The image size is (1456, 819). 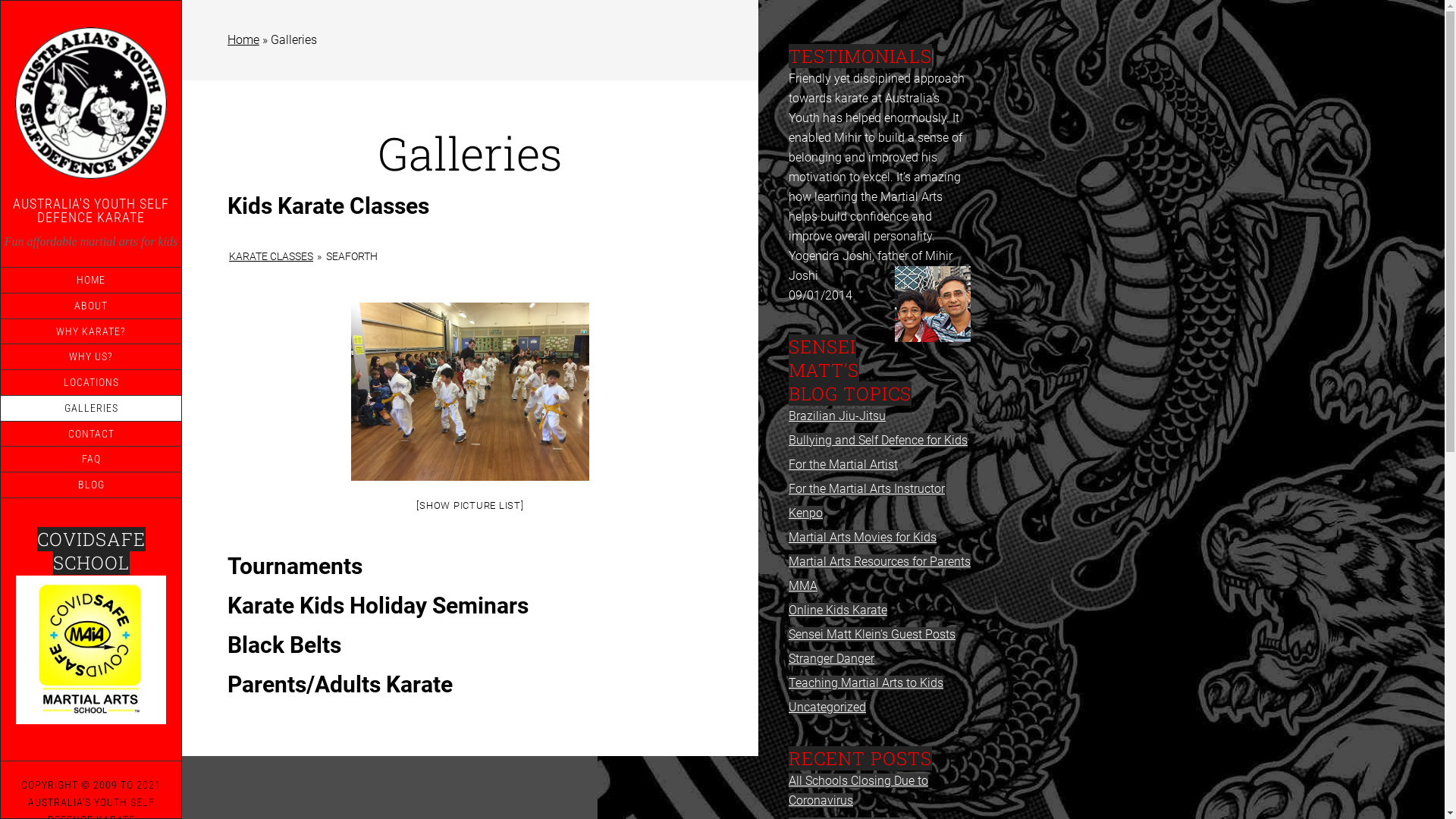 I want to click on 'GALLERIES', so click(x=90, y=407).